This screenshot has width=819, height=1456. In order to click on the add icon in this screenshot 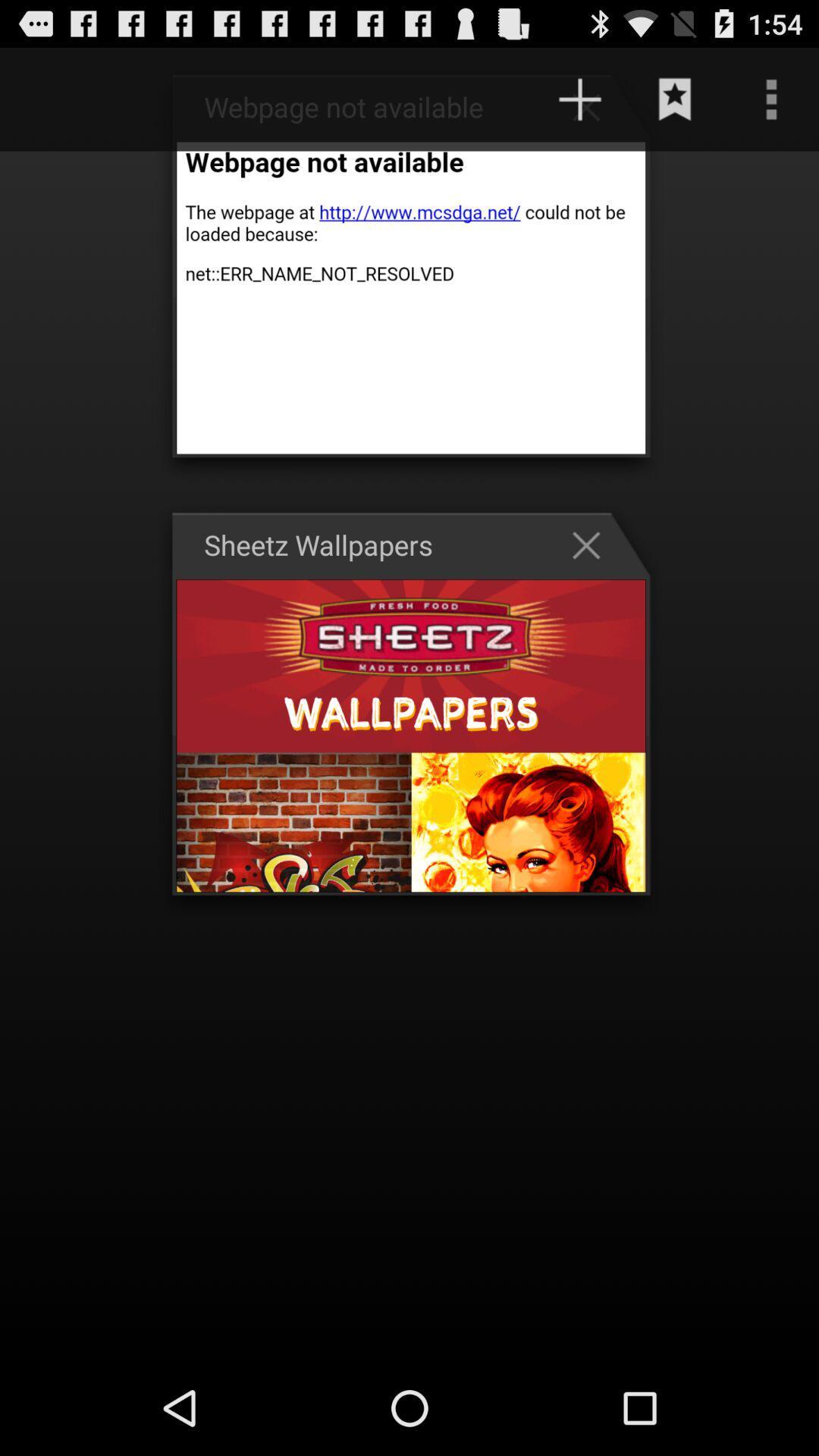, I will do `click(593, 113)`.